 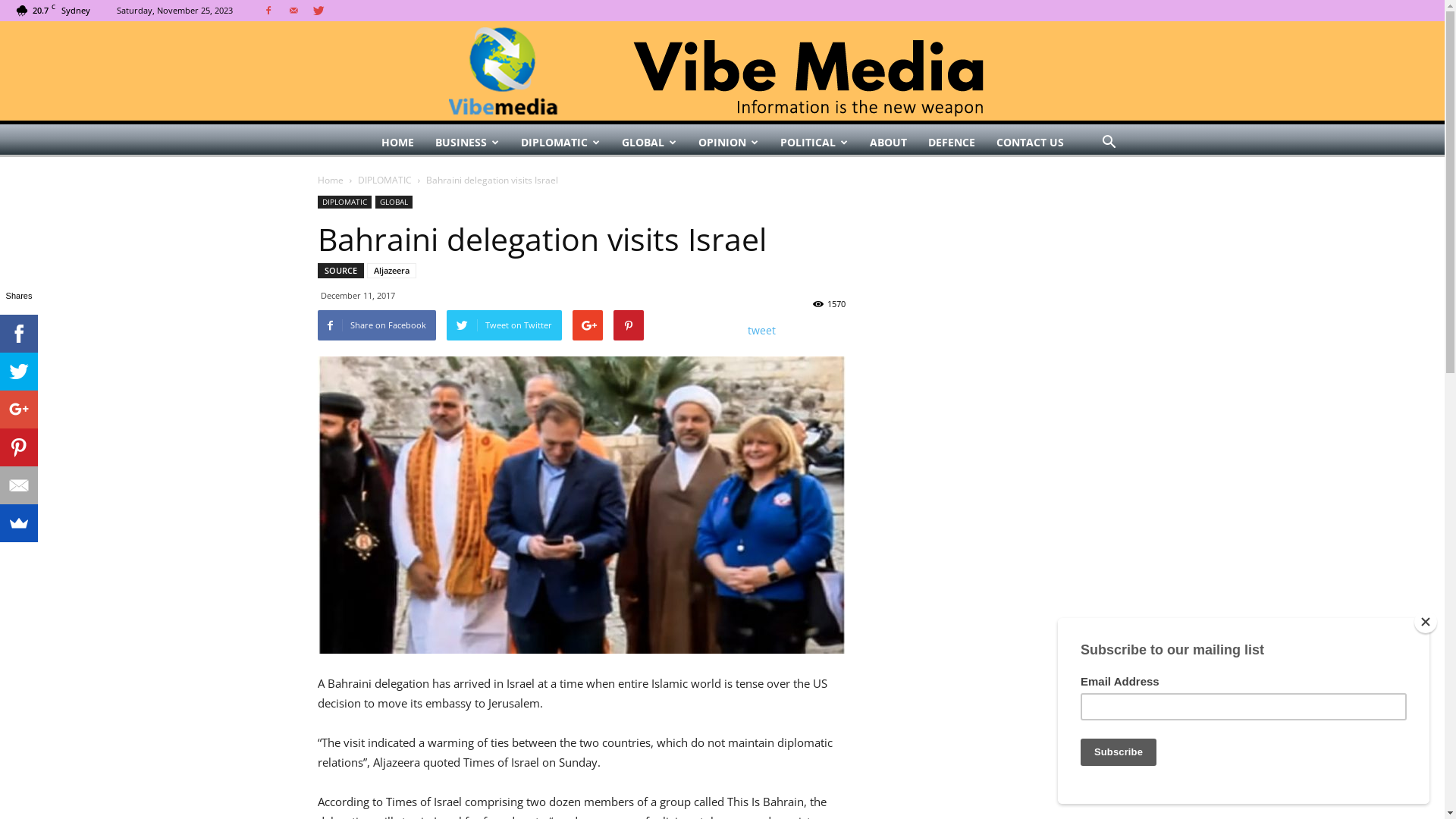 I want to click on 'ABOUT', so click(x=887, y=143).